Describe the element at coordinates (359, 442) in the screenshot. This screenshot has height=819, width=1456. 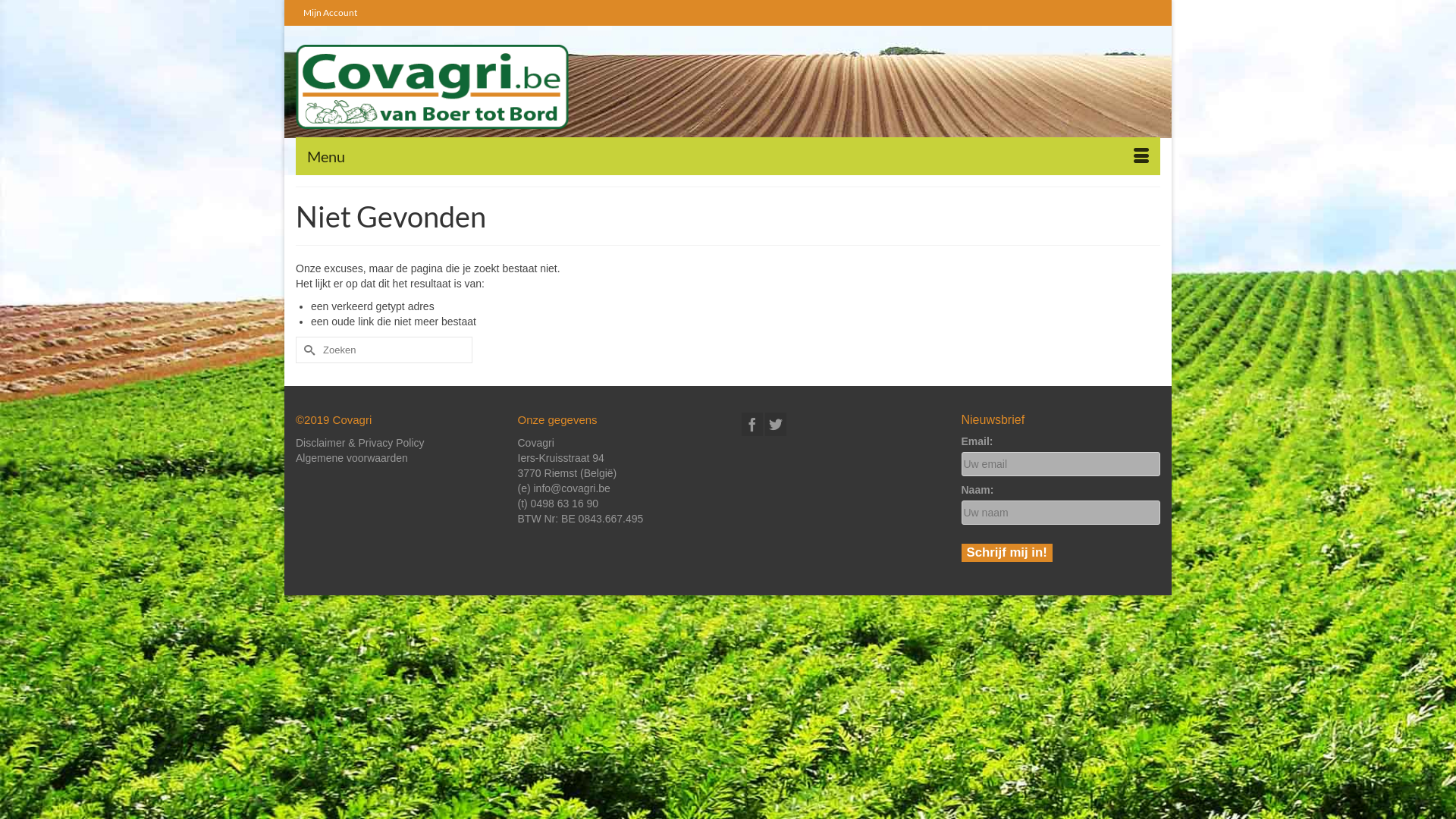
I see `'Disclaimer & Privacy Policy'` at that location.